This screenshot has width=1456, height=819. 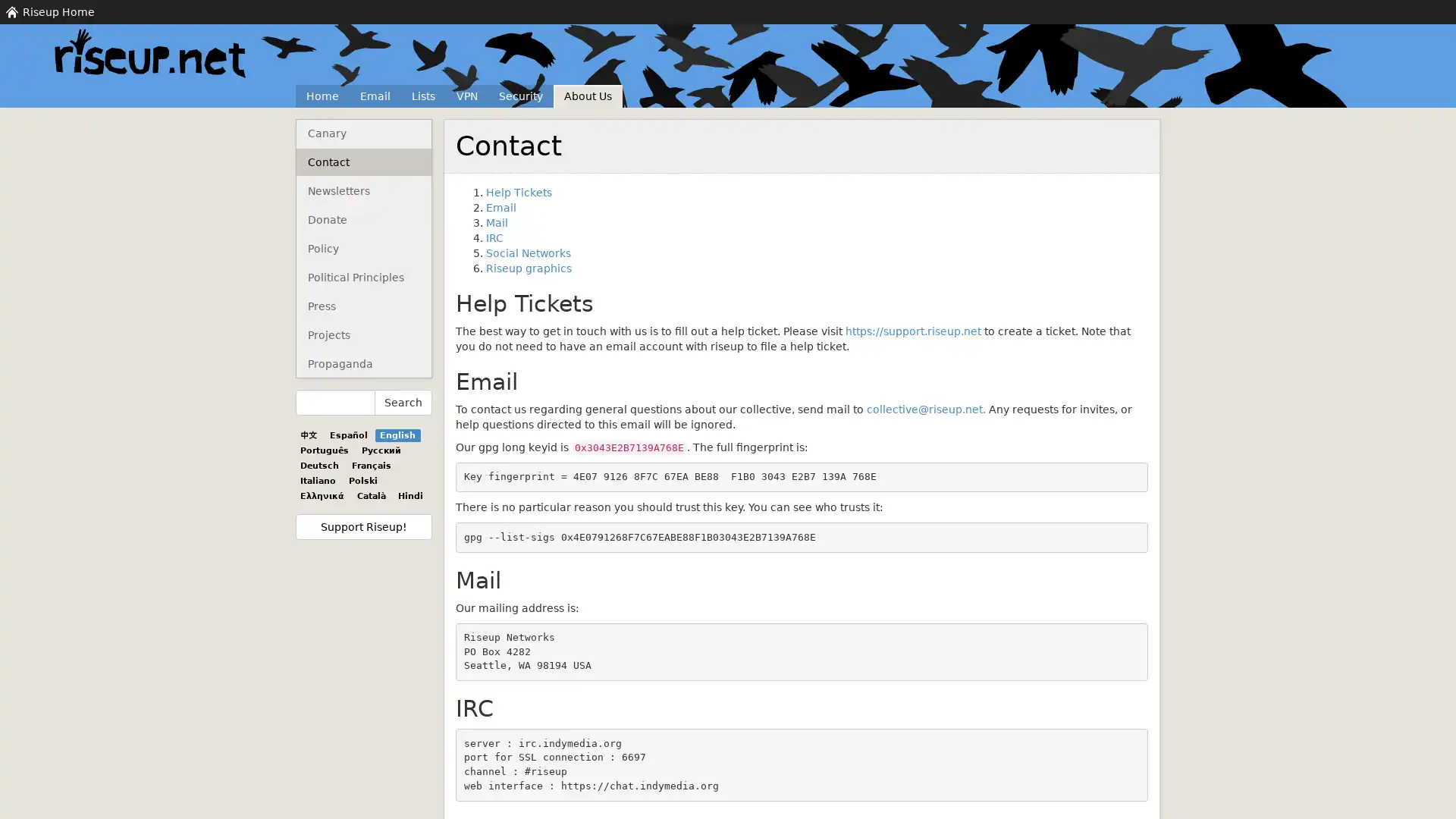 What do you see at coordinates (403, 402) in the screenshot?
I see `Search` at bounding box center [403, 402].